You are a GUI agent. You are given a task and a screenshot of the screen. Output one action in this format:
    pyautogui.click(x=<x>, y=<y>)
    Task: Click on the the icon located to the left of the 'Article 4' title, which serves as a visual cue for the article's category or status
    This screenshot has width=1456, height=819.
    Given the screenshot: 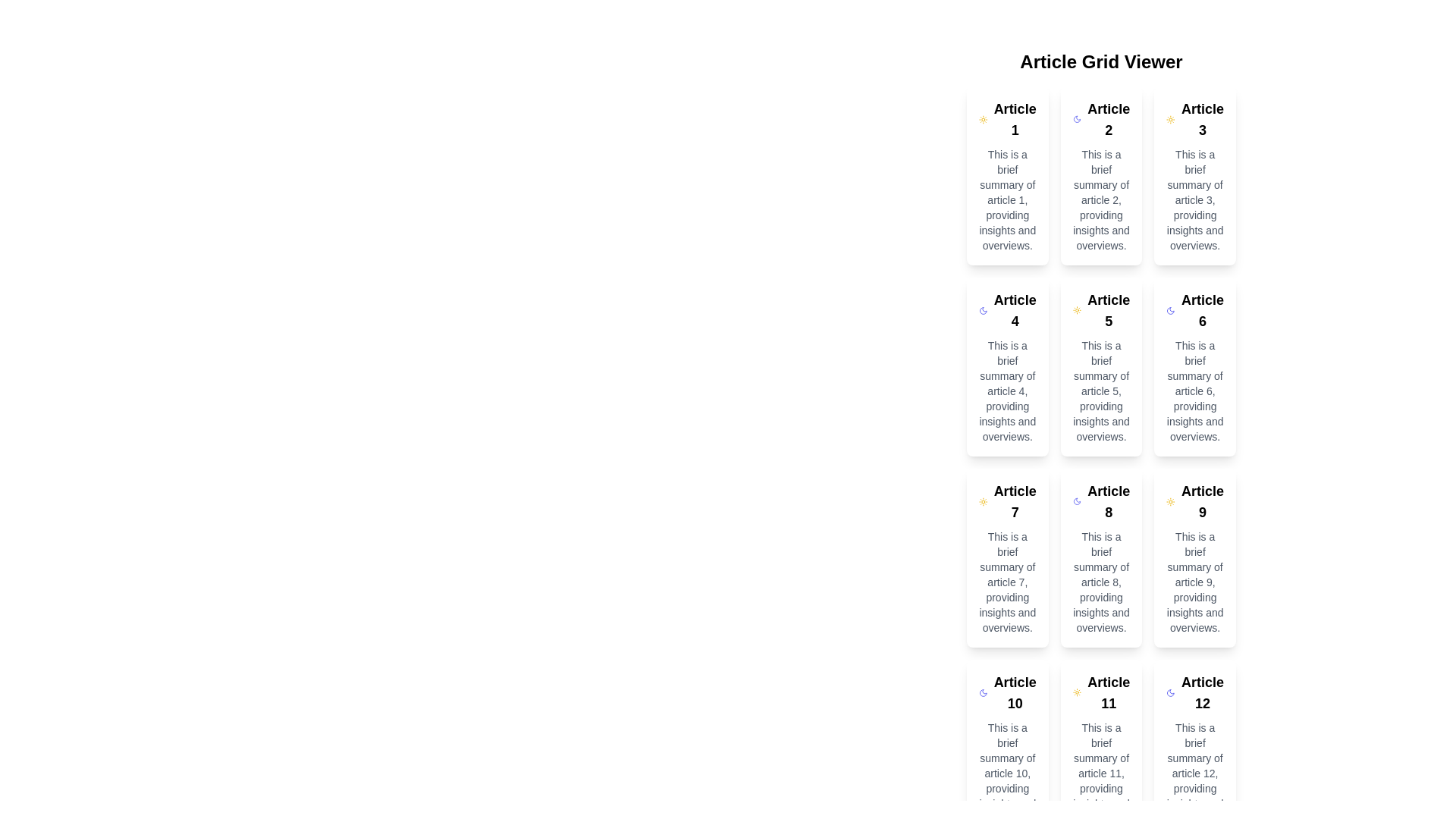 What is the action you would take?
    pyautogui.click(x=983, y=309)
    